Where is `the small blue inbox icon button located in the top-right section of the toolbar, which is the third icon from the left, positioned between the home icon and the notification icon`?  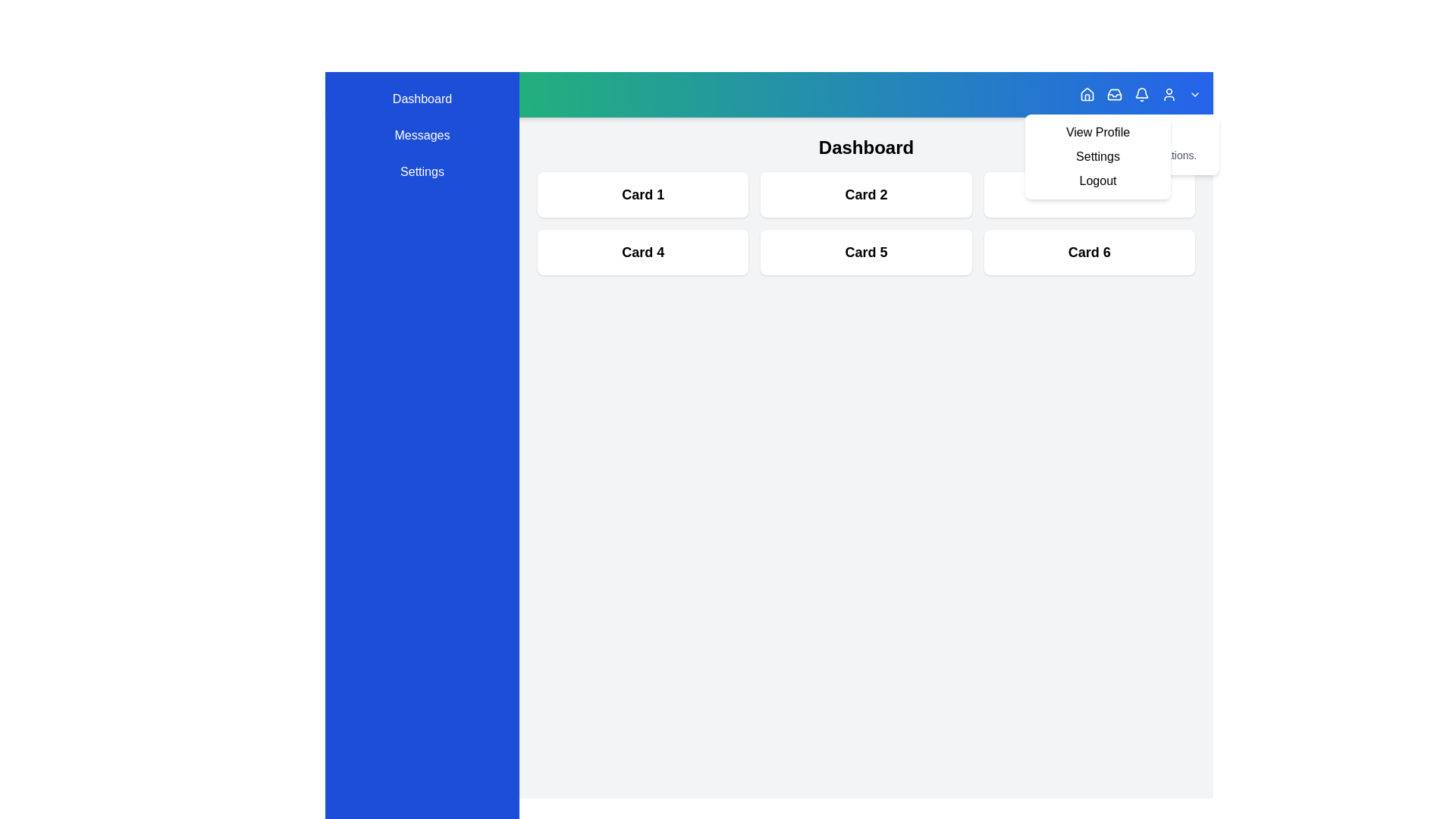 the small blue inbox icon button located in the top-right section of the toolbar, which is the third icon from the left, positioned between the home icon and the notification icon is located at coordinates (1114, 94).